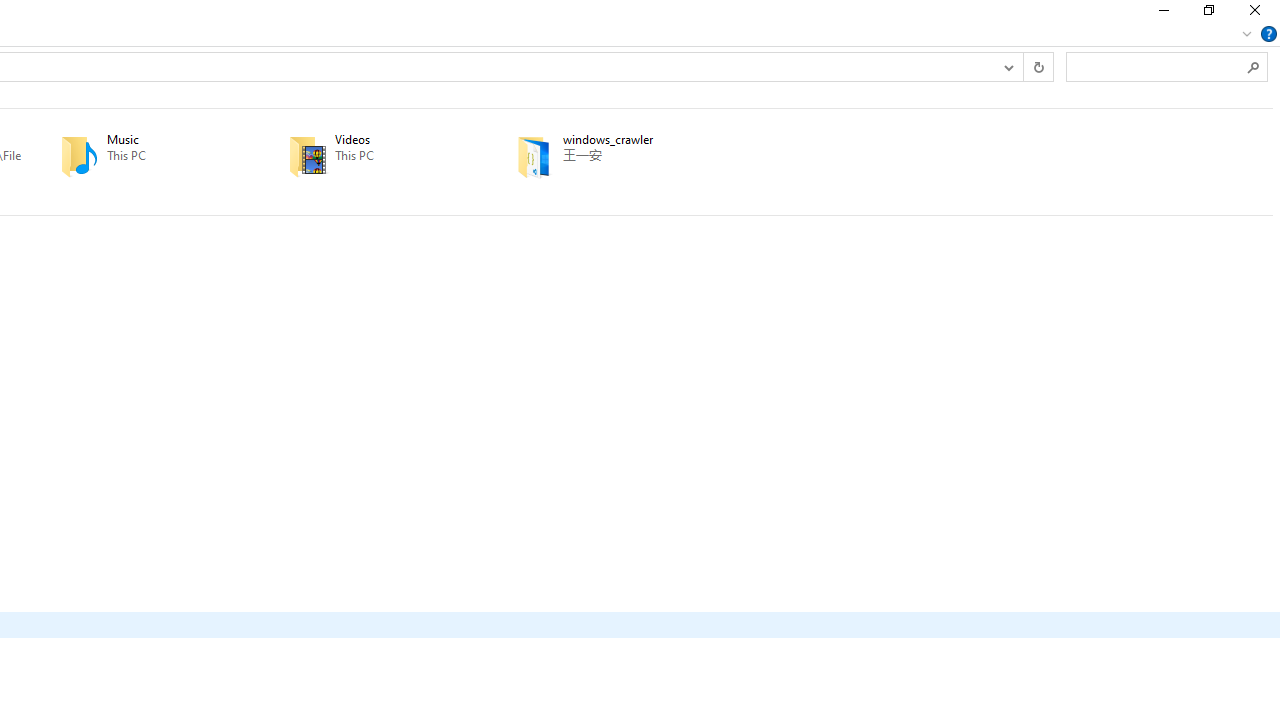 This screenshot has width=1280, height=720. What do you see at coordinates (1162, 15) in the screenshot?
I see `'Minimize'` at bounding box center [1162, 15].